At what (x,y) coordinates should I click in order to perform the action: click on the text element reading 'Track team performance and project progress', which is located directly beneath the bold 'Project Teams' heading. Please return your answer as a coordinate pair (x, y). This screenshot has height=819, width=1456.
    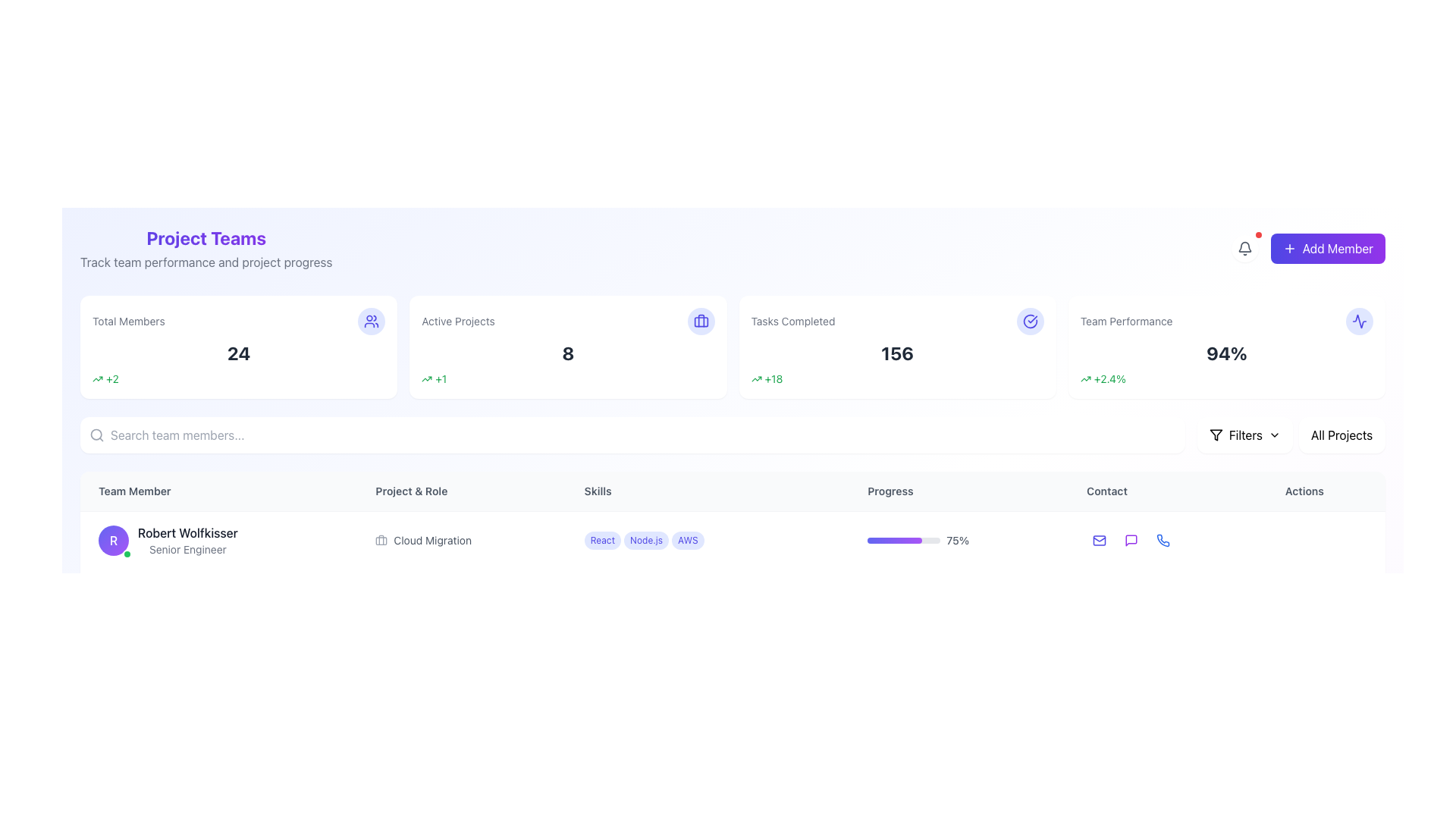
    Looking at the image, I should click on (206, 262).